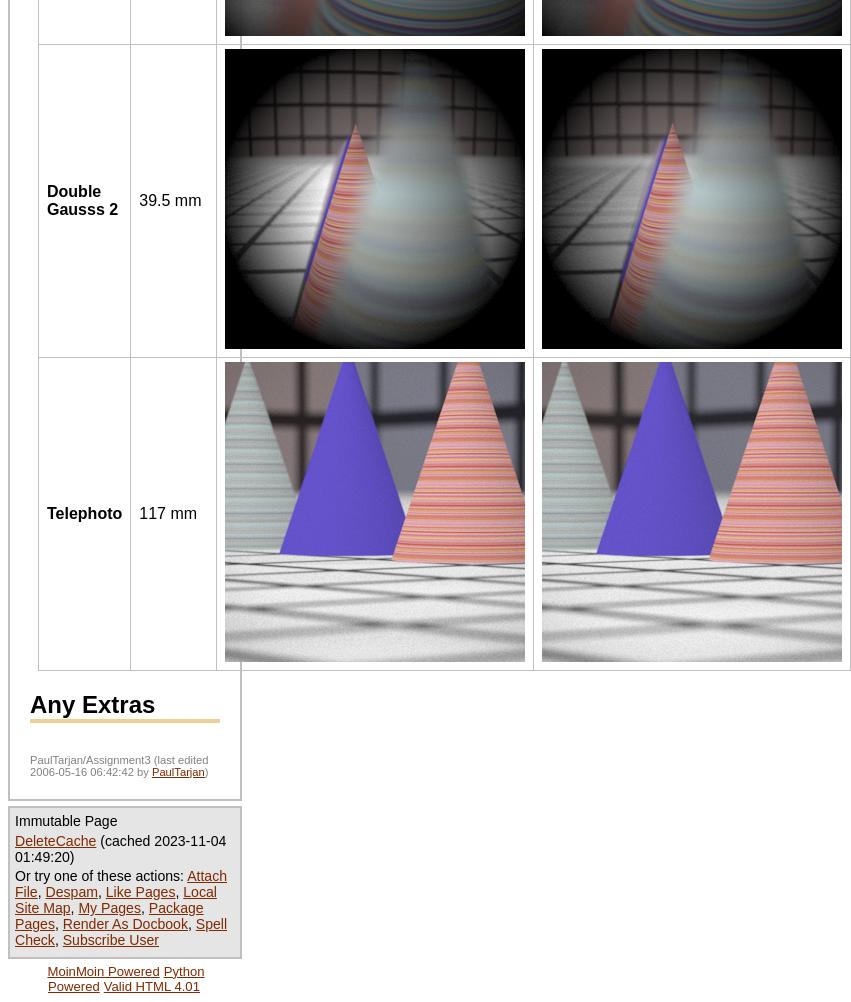 The height and width of the screenshot is (1002, 851). Describe the element at coordinates (124, 923) in the screenshot. I see `'Render As Docbook'` at that location.